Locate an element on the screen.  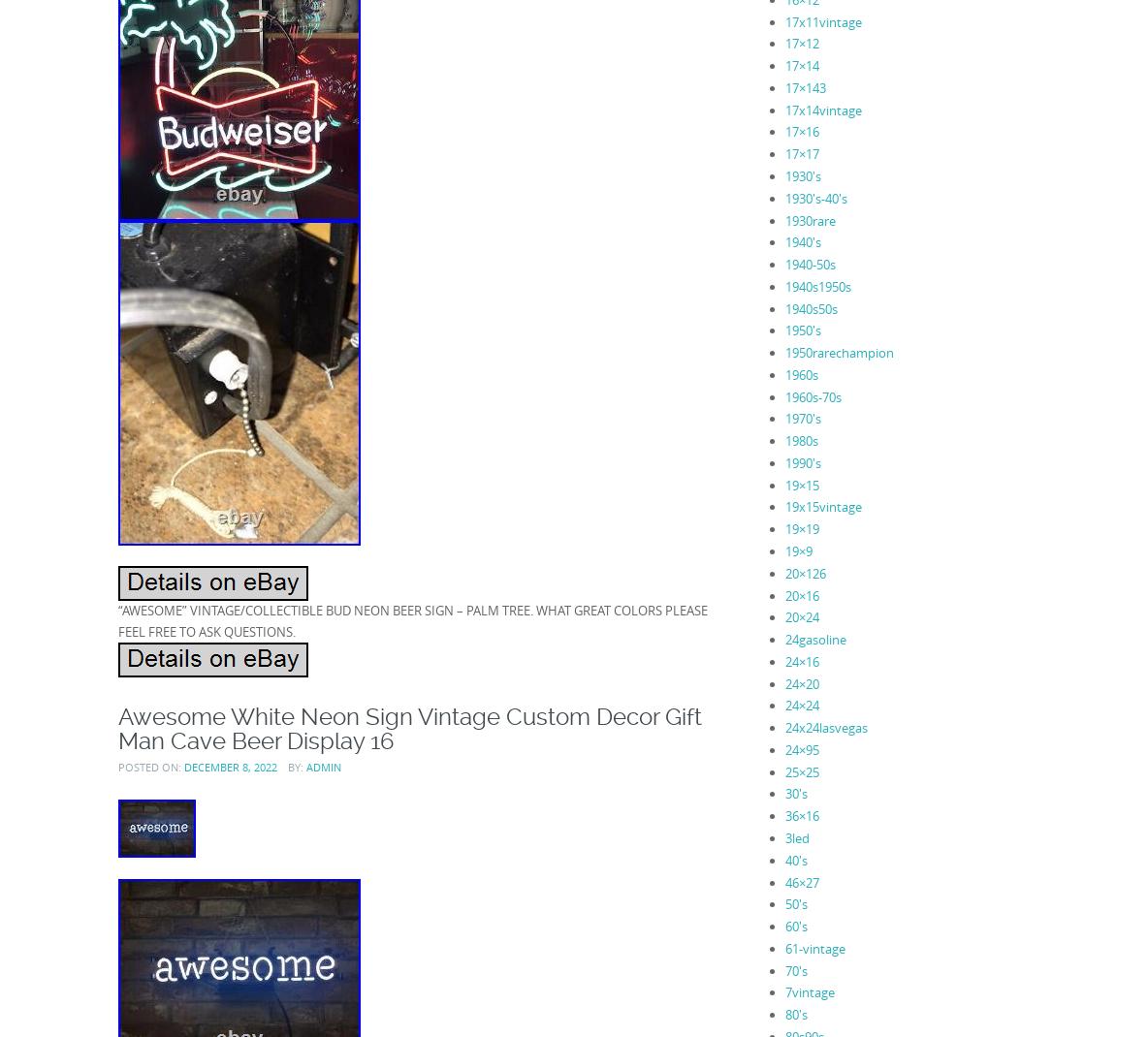
'24×95' is located at coordinates (801, 747).